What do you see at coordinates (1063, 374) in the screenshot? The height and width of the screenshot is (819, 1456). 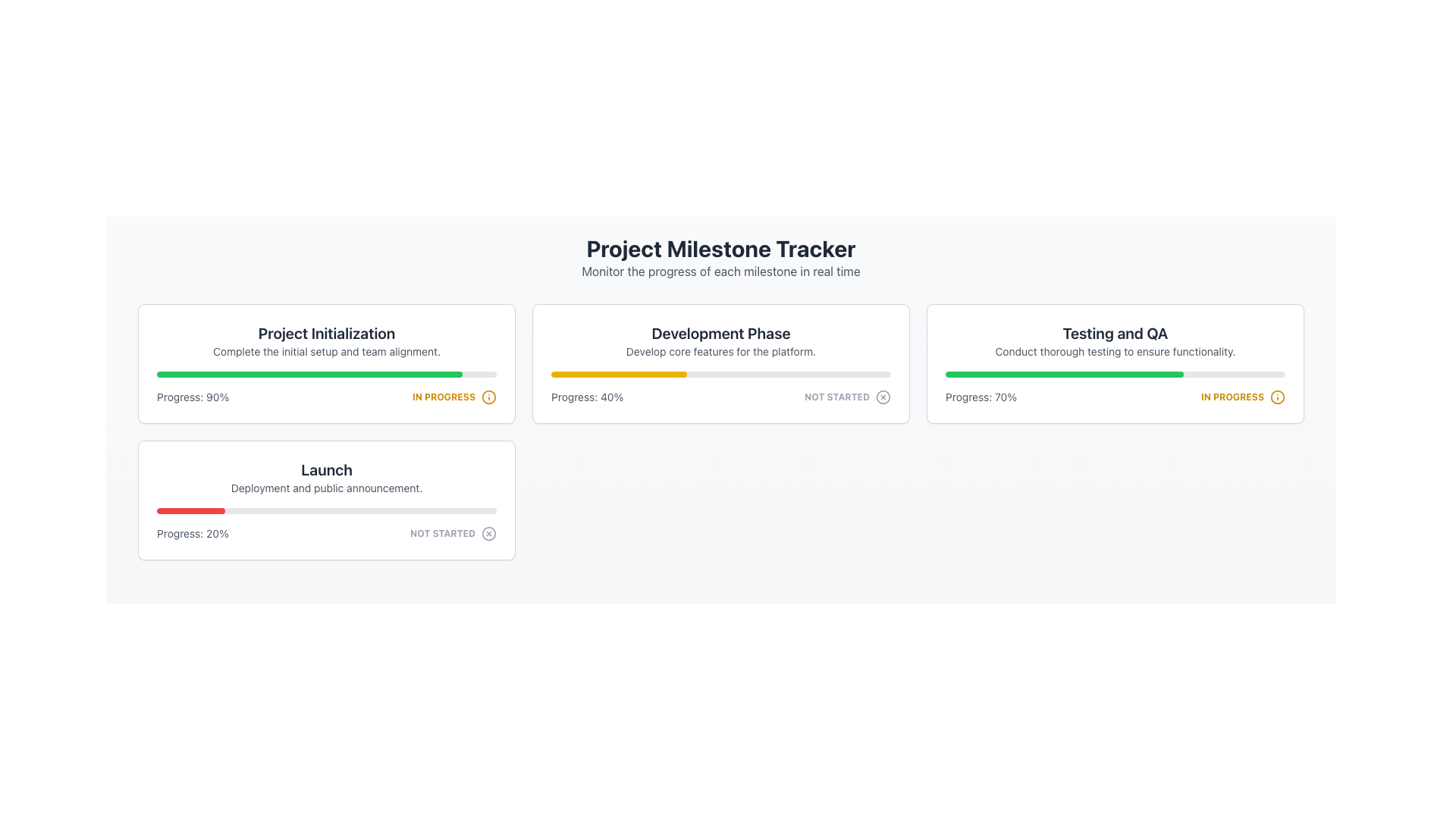 I see `the green progress bar in the 'Testing and QA' section, which indicates 70% completion` at bounding box center [1063, 374].